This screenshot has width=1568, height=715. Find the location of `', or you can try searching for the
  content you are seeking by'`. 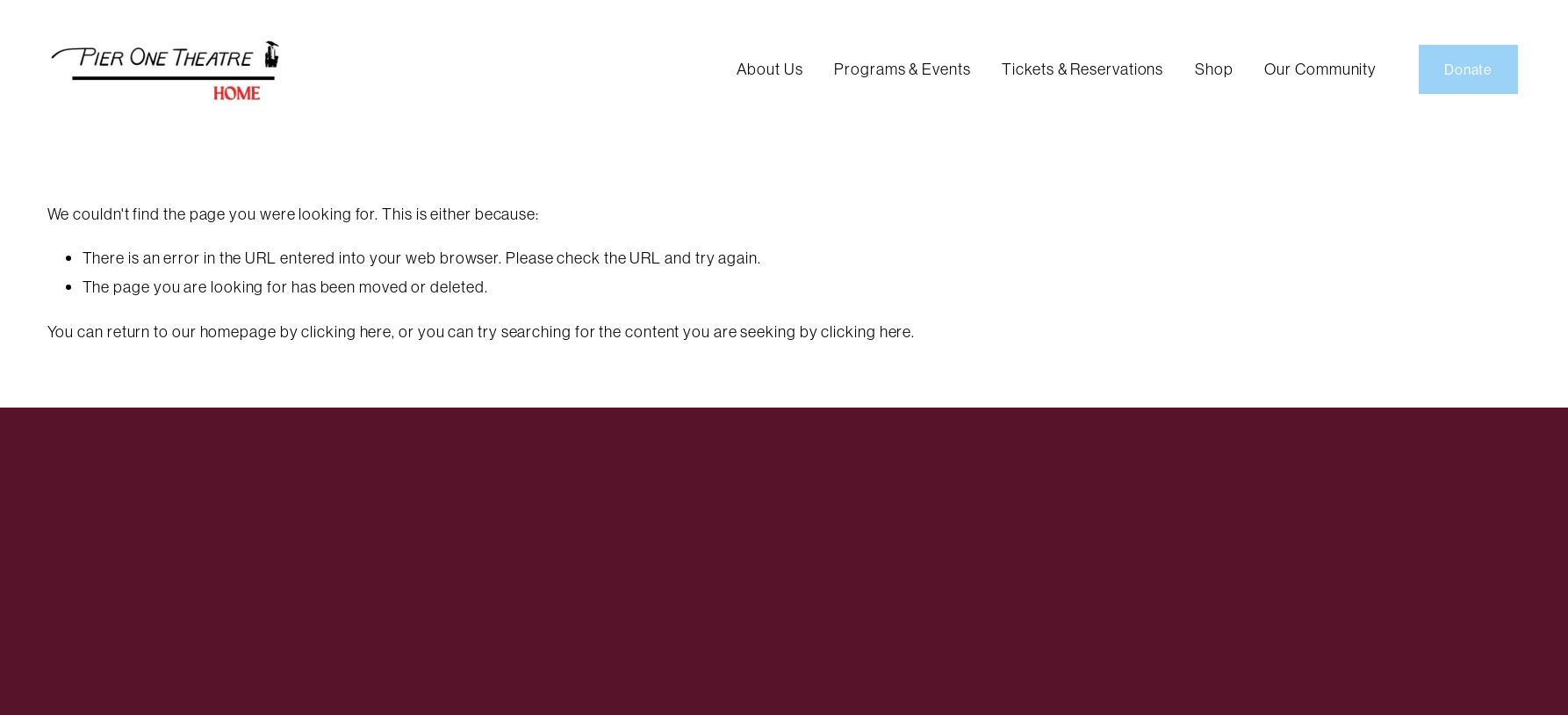

', or you can try searching for the
  content you are seeking by' is located at coordinates (606, 330).